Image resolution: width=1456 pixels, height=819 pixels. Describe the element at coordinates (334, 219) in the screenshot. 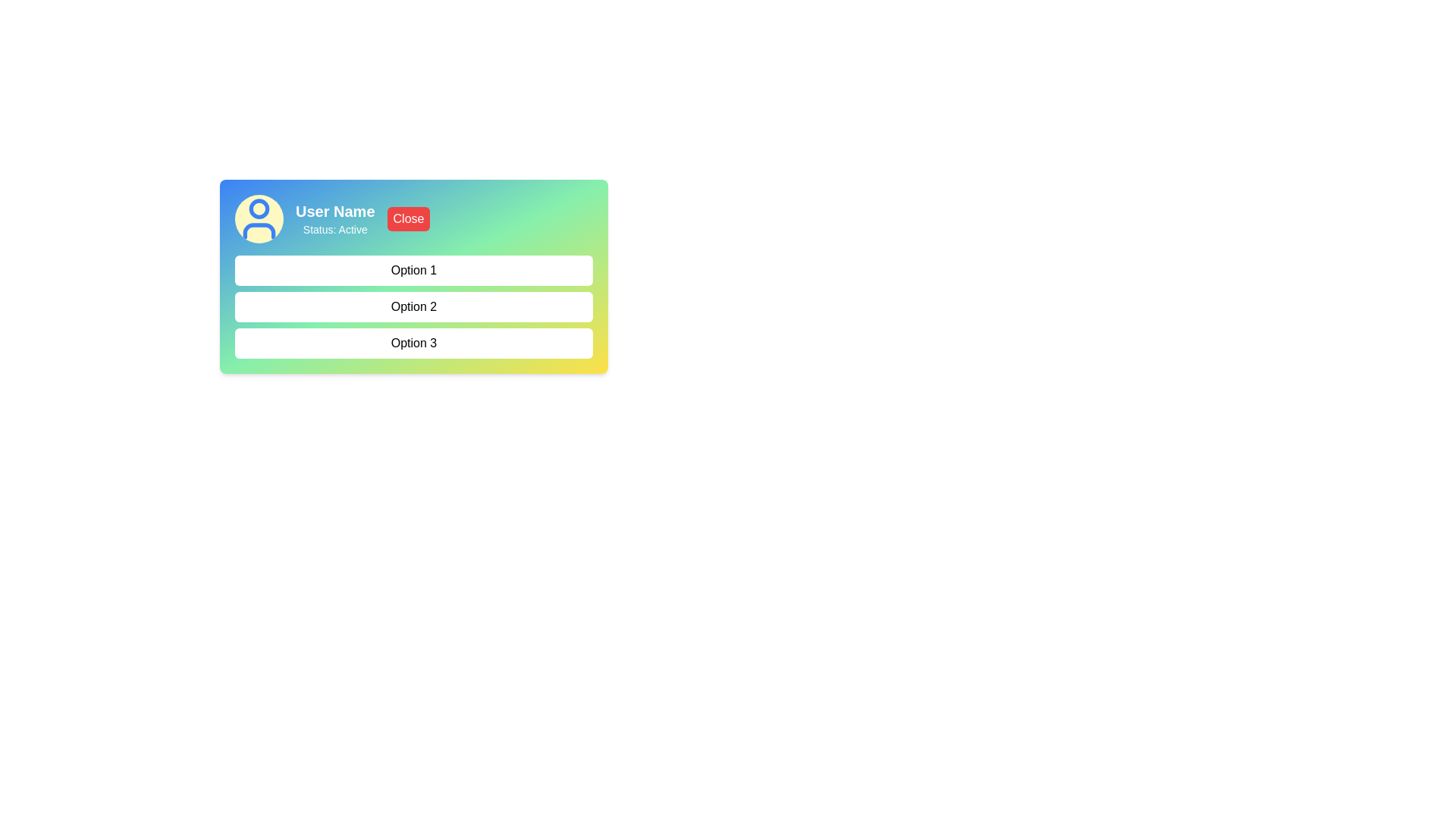

I see `the user information text display block that shows the username and current status 'Active', located centrally in the header section between the user icon and the 'Close' button` at that location.